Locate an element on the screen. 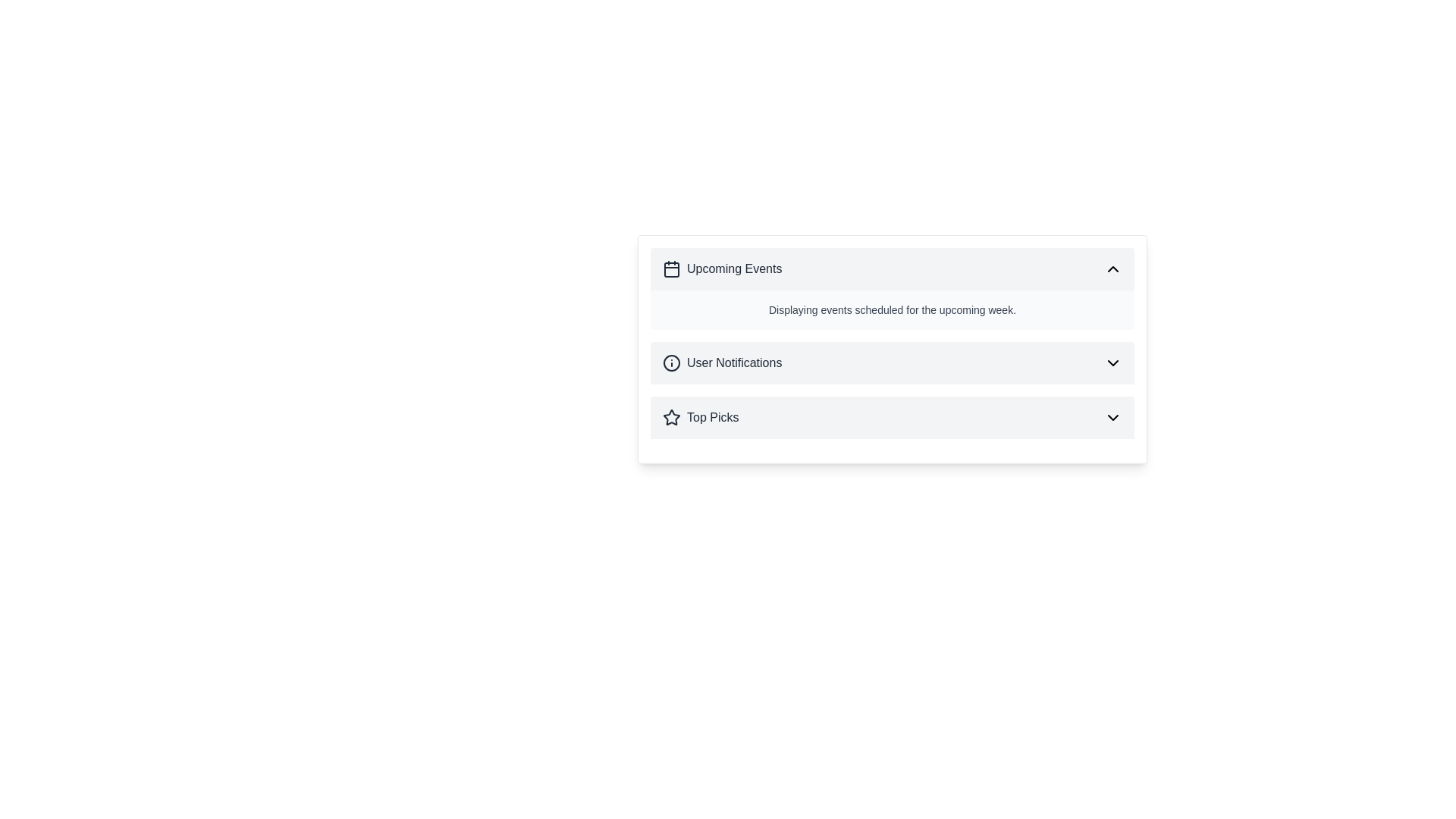 The width and height of the screenshot is (1456, 819). the central circular component of the information icon in the 'User Notifications' section, which is a filled circle with a 10-pixel radius is located at coordinates (671, 362).